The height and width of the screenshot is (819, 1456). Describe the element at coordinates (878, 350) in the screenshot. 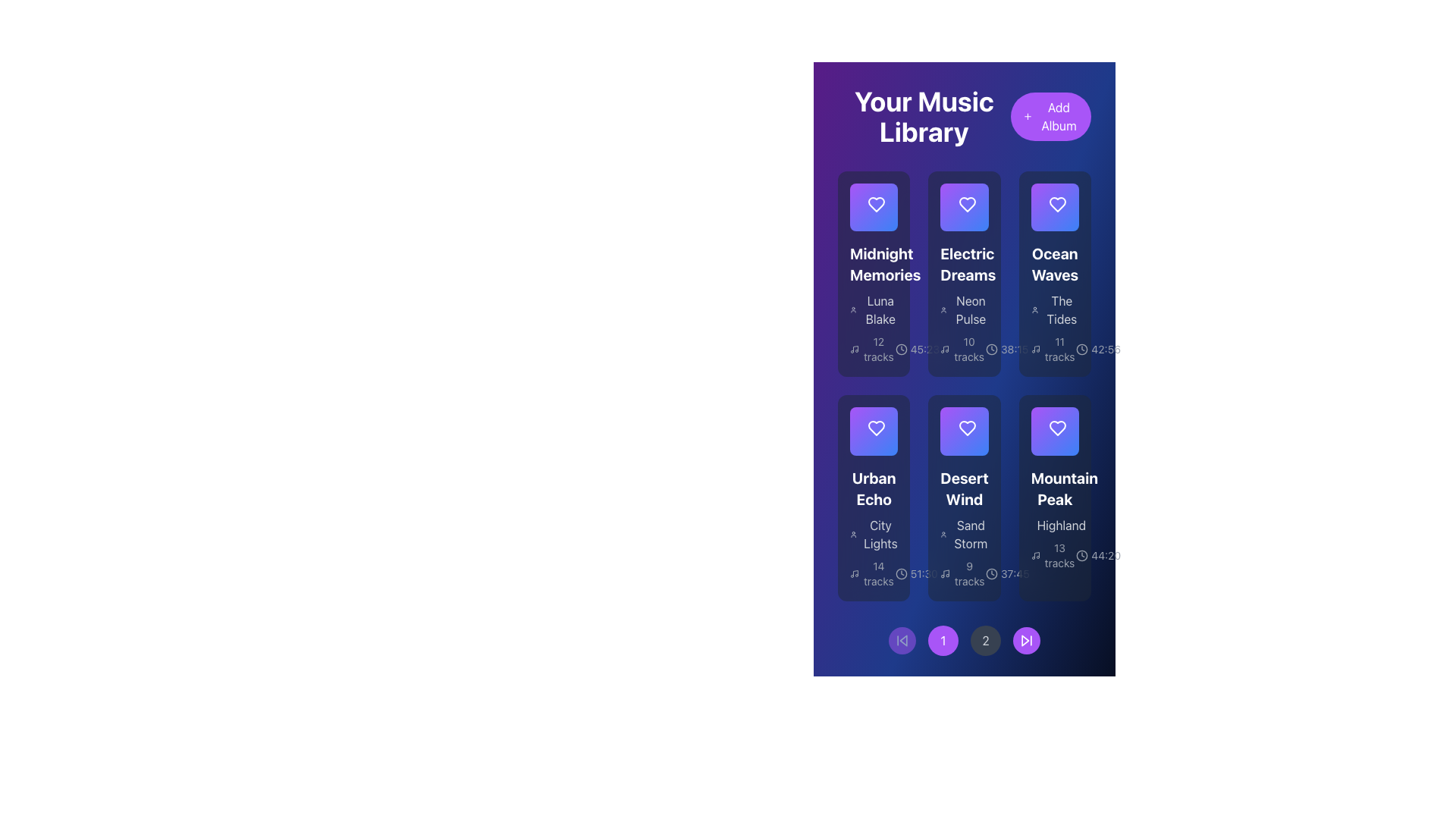

I see `text from the label indicating the number of songs or tracks present in the 'Midnight Memories' album card, located in the bottom-left part of the album card, below the title and artist name` at that location.